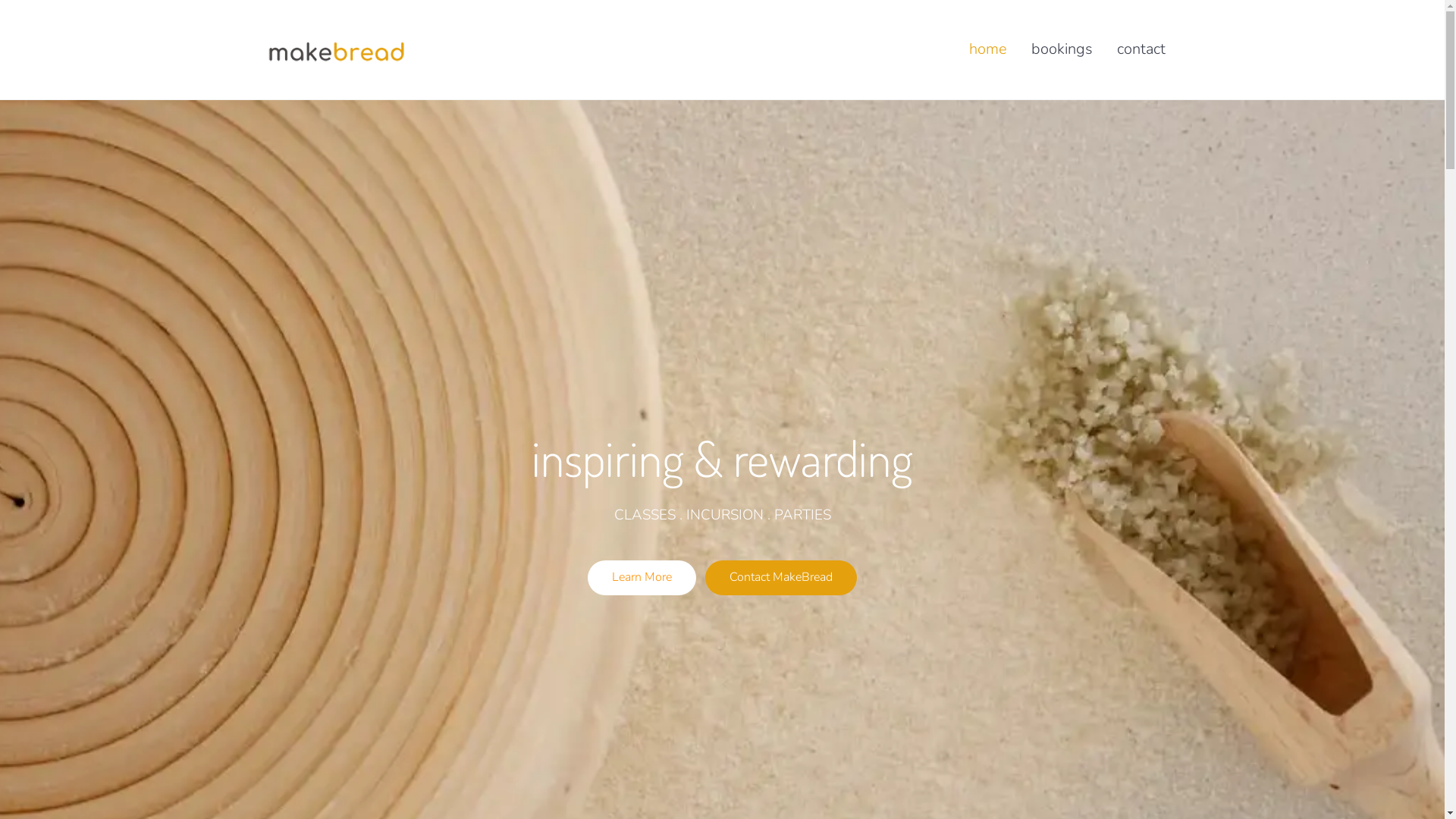  Describe the element at coordinates (987, 49) in the screenshot. I see `'home'` at that location.